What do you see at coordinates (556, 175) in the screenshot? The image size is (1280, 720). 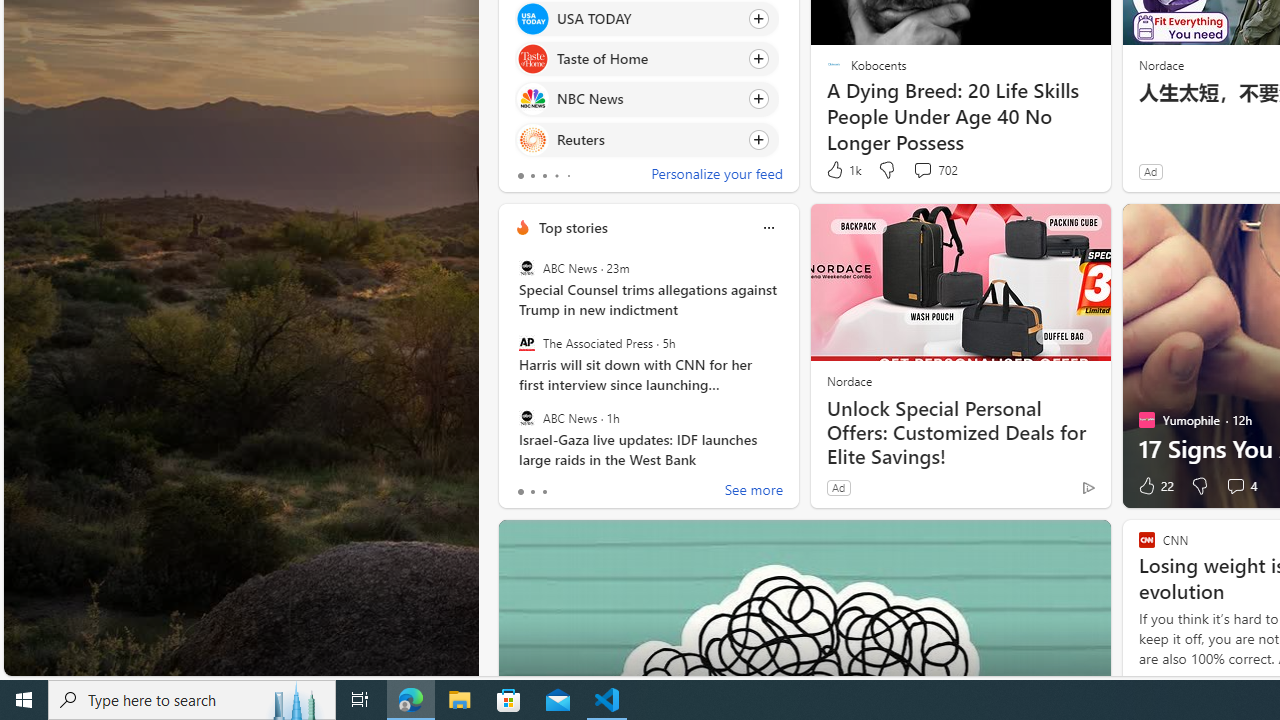 I see `'tab-3'` at bounding box center [556, 175].